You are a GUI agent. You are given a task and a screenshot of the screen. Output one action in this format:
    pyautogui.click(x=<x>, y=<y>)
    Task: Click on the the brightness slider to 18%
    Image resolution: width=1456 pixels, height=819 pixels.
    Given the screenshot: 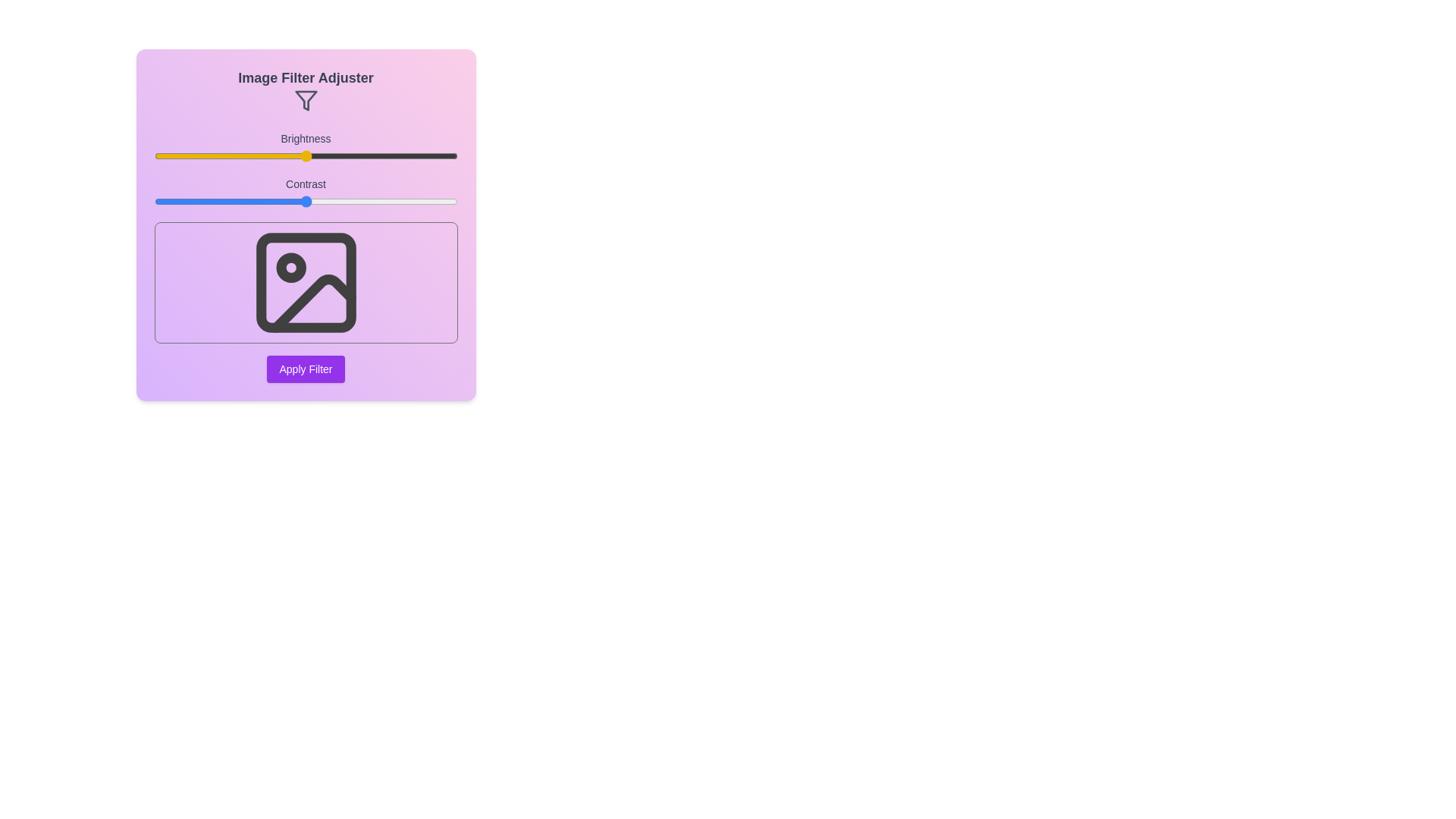 What is the action you would take?
    pyautogui.click(x=208, y=155)
    